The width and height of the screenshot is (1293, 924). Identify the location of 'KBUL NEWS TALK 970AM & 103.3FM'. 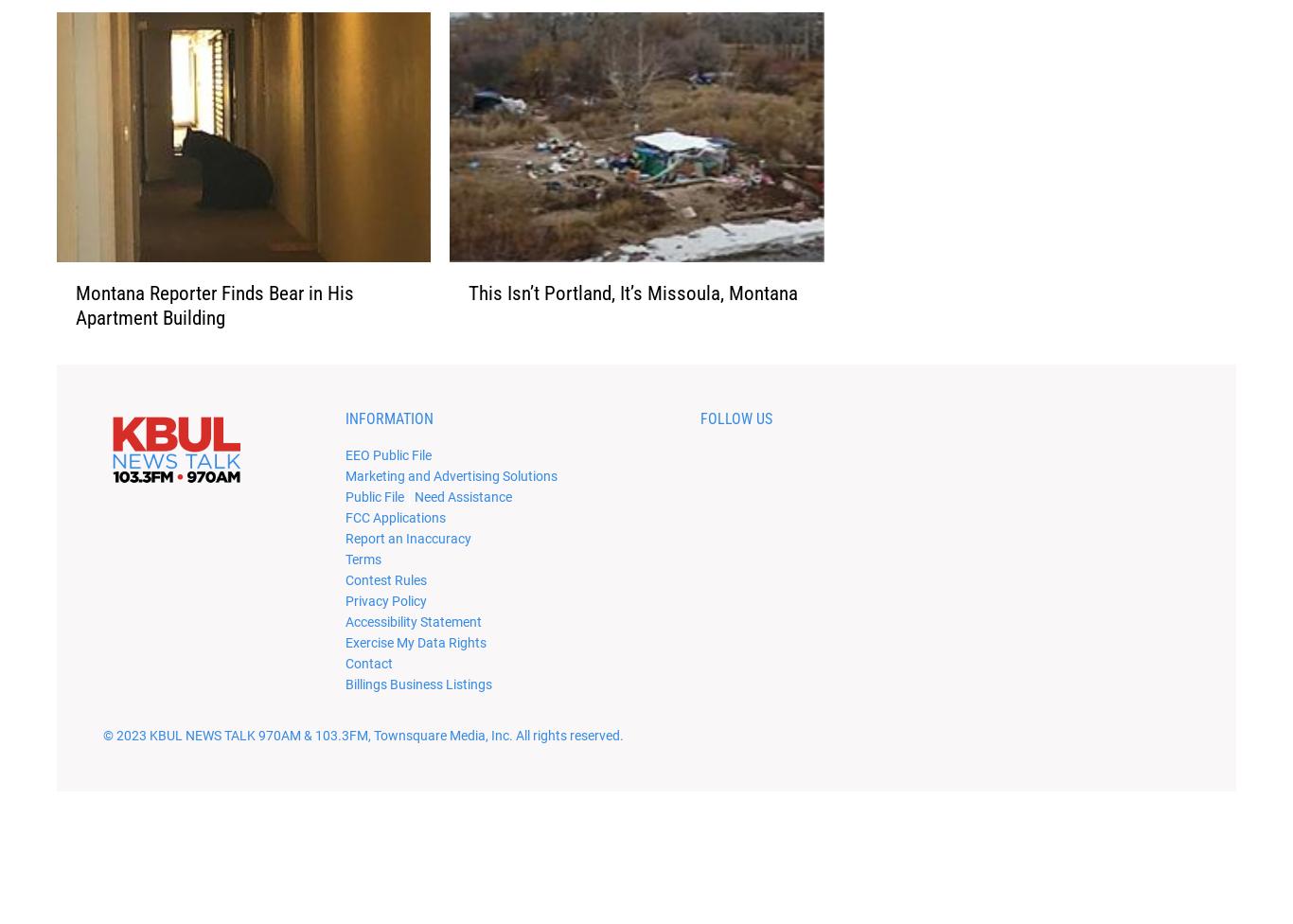
(149, 765).